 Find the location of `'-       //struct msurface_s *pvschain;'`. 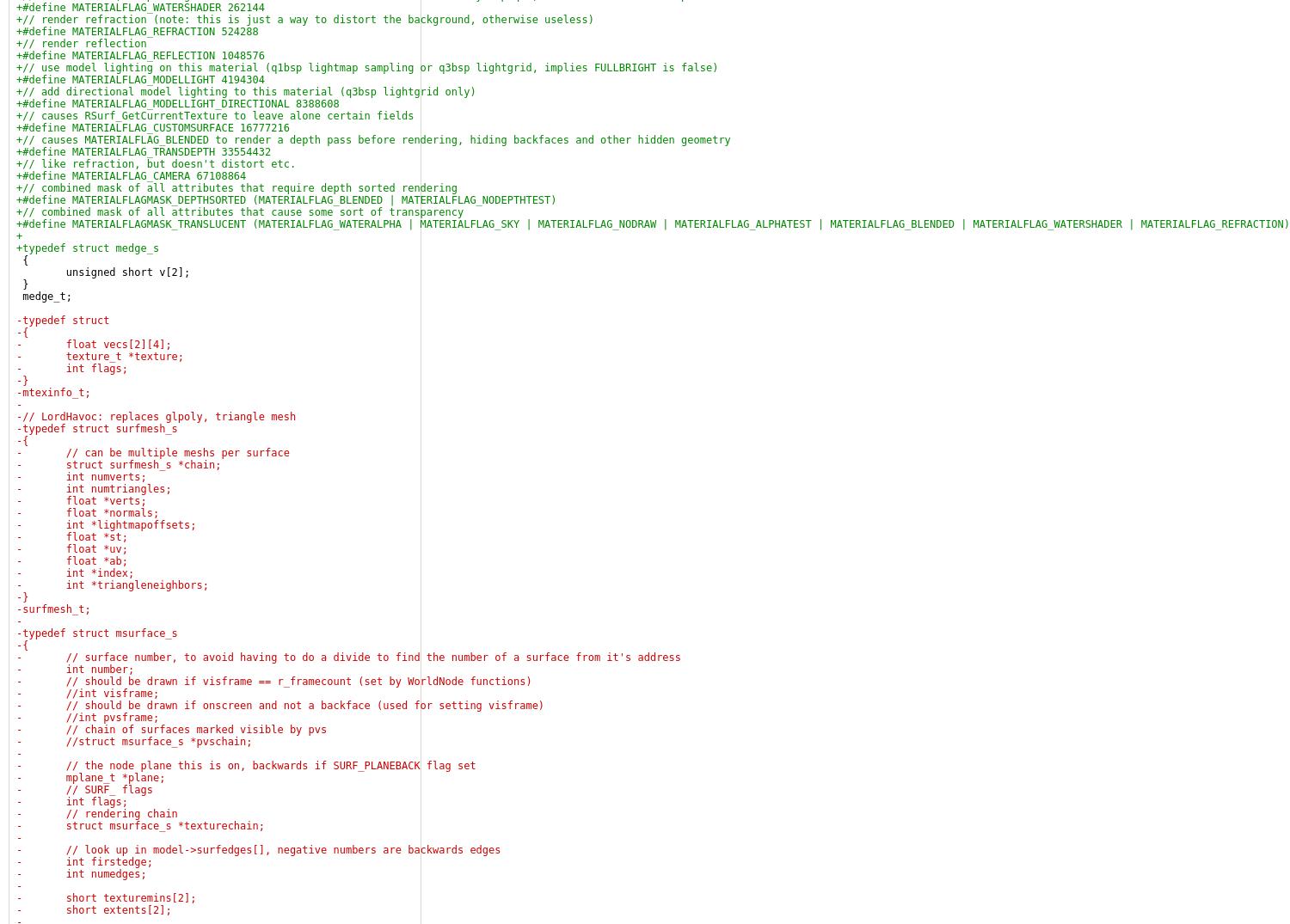

'-       //struct msurface_s *pvschain;' is located at coordinates (134, 742).